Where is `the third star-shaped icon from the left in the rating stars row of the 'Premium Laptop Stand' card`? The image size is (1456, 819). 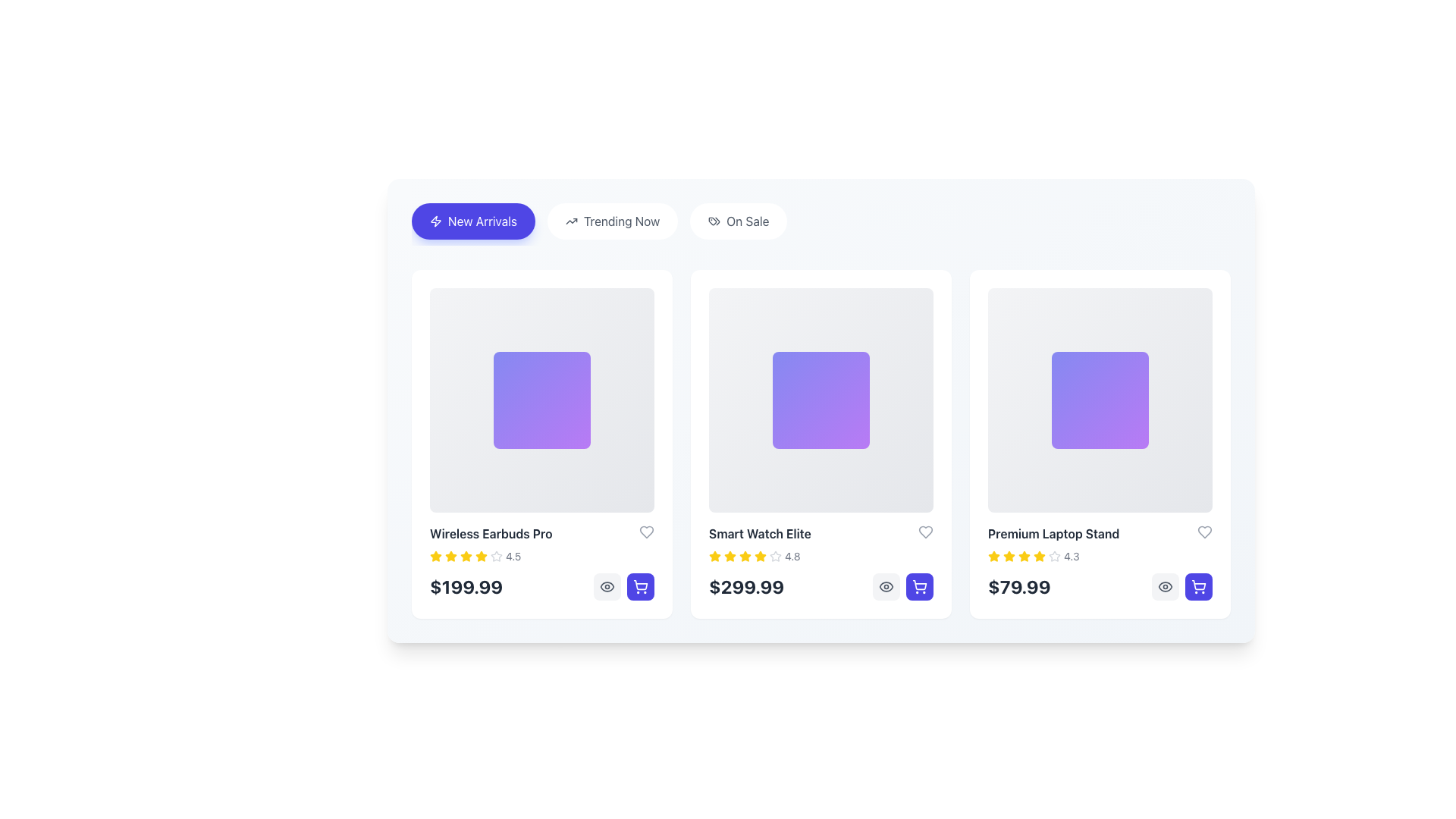 the third star-shaped icon from the left in the rating stars row of the 'Premium Laptop Stand' card is located at coordinates (1024, 556).